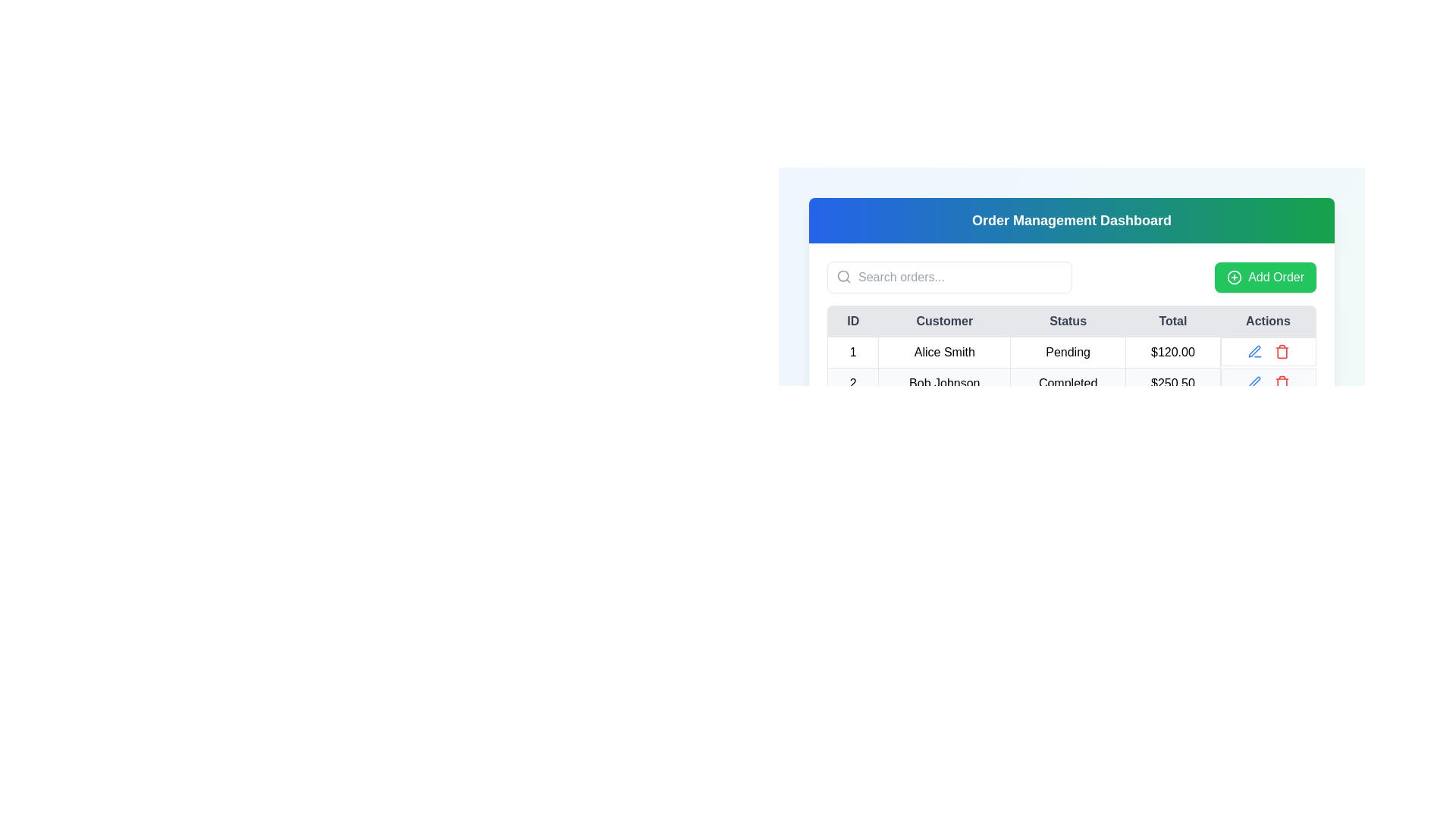 The width and height of the screenshot is (1456, 819). What do you see at coordinates (853, 321) in the screenshot?
I see `the first header cell in the table that labels the ID column, located at the top left of the table` at bounding box center [853, 321].